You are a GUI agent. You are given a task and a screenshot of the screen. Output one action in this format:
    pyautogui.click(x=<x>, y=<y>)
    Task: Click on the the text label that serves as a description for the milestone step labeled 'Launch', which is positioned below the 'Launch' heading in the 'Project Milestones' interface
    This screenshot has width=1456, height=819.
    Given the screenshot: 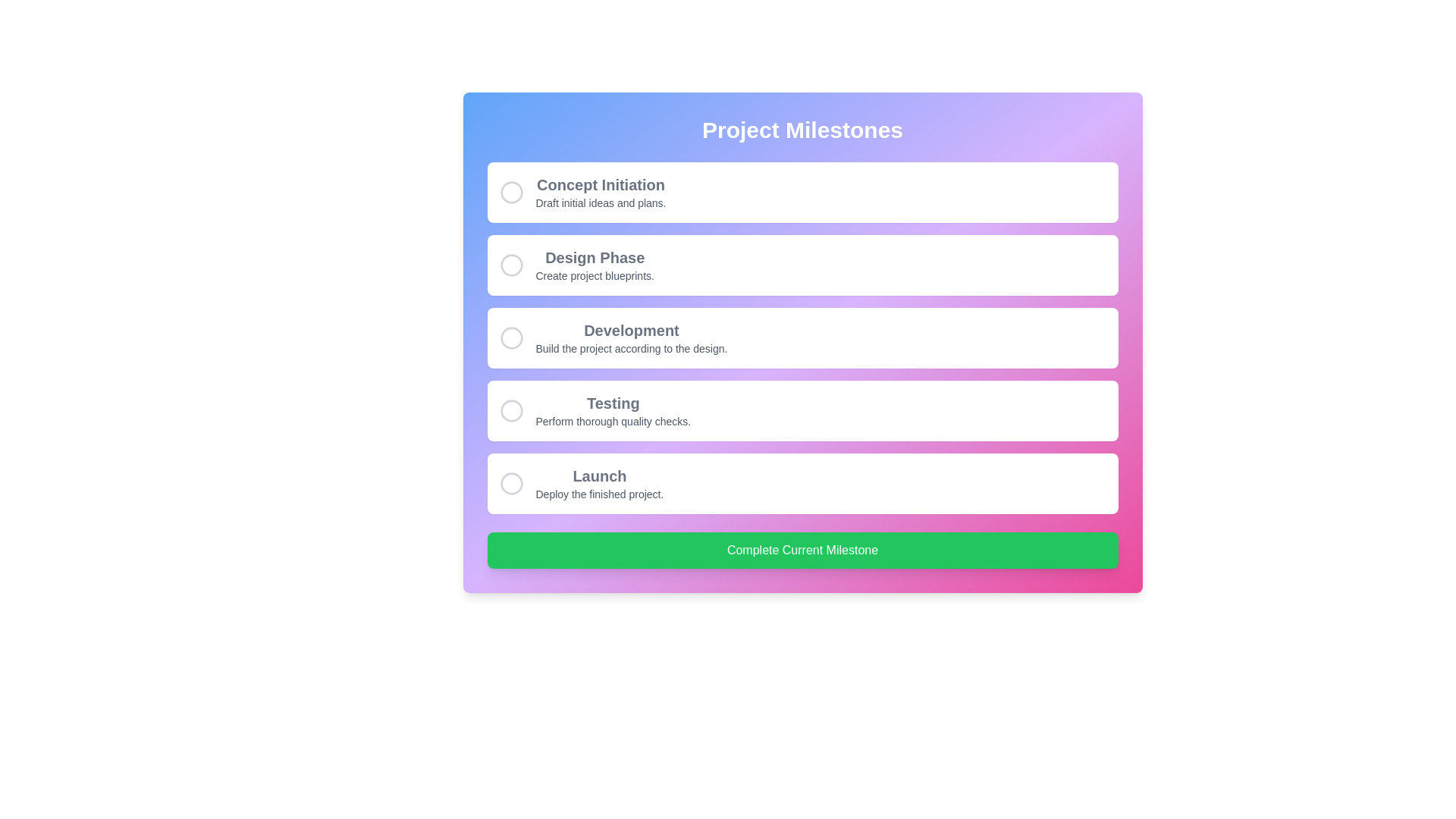 What is the action you would take?
    pyautogui.click(x=598, y=494)
    